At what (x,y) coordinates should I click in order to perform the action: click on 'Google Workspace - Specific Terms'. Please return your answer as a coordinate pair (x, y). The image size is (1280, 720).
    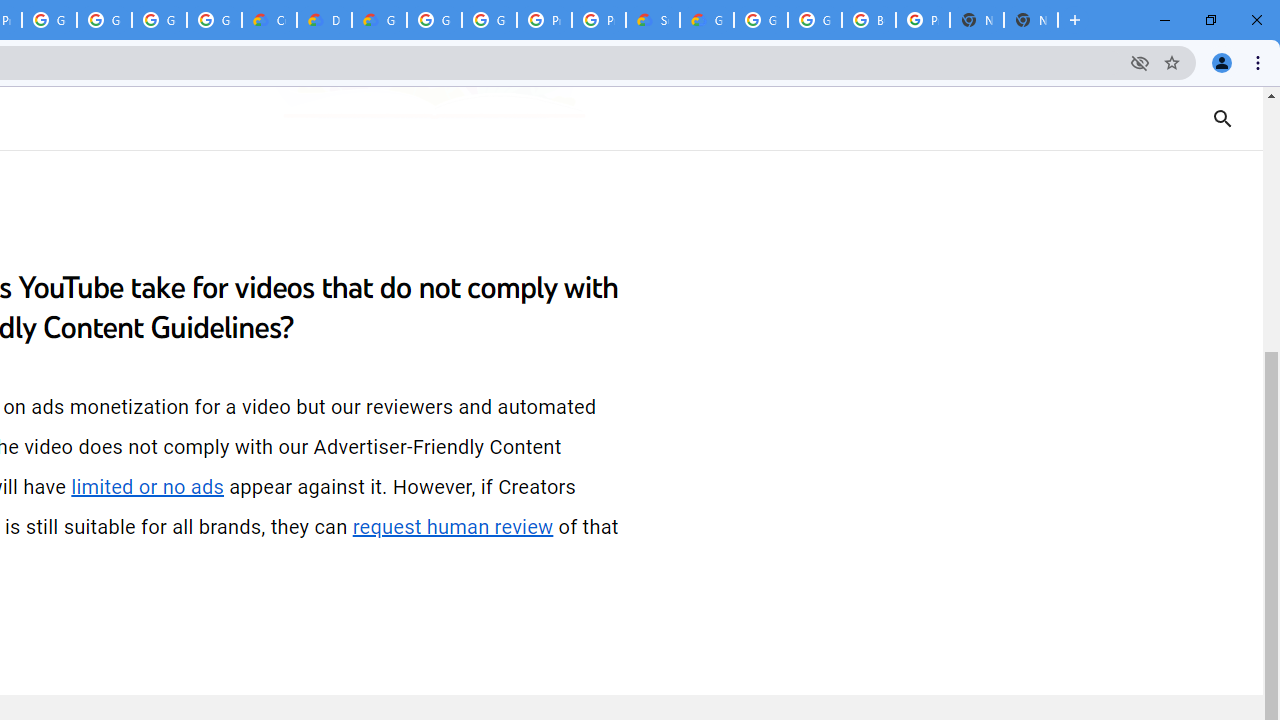
    Looking at the image, I should click on (158, 20).